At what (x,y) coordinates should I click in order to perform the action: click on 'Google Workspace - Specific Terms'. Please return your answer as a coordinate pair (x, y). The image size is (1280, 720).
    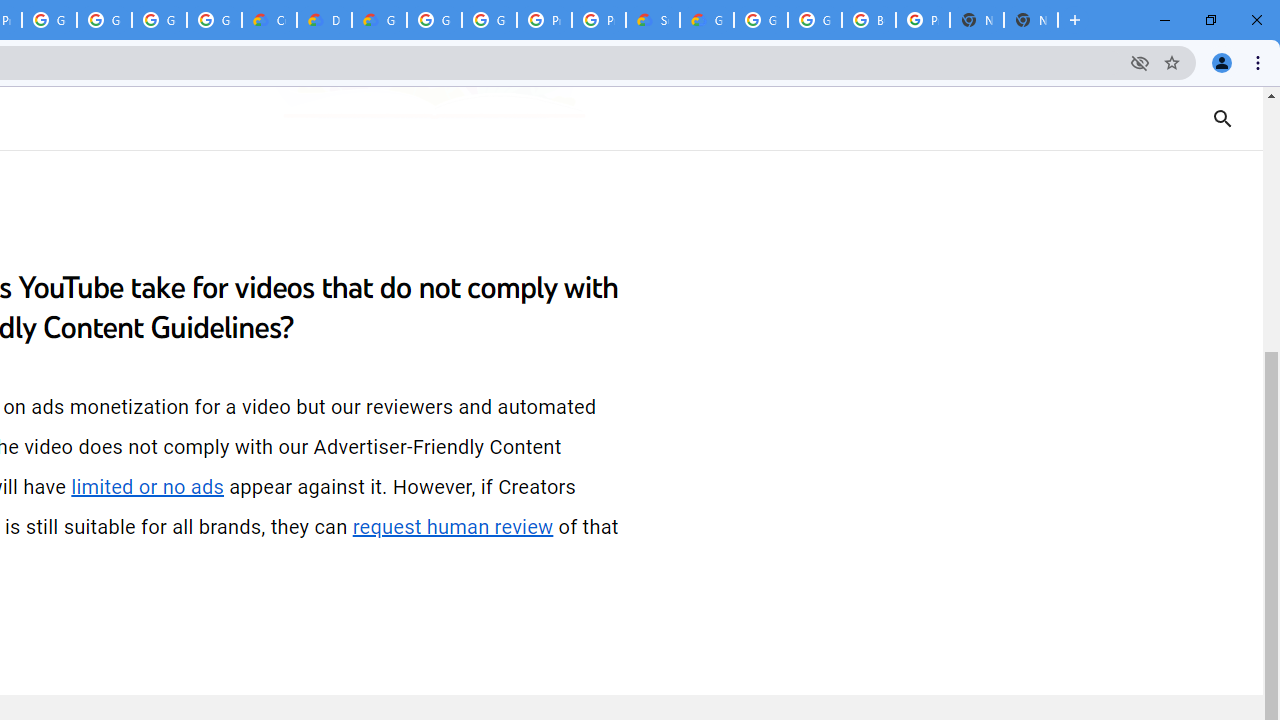
    Looking at the image, I should click on (158, 20).